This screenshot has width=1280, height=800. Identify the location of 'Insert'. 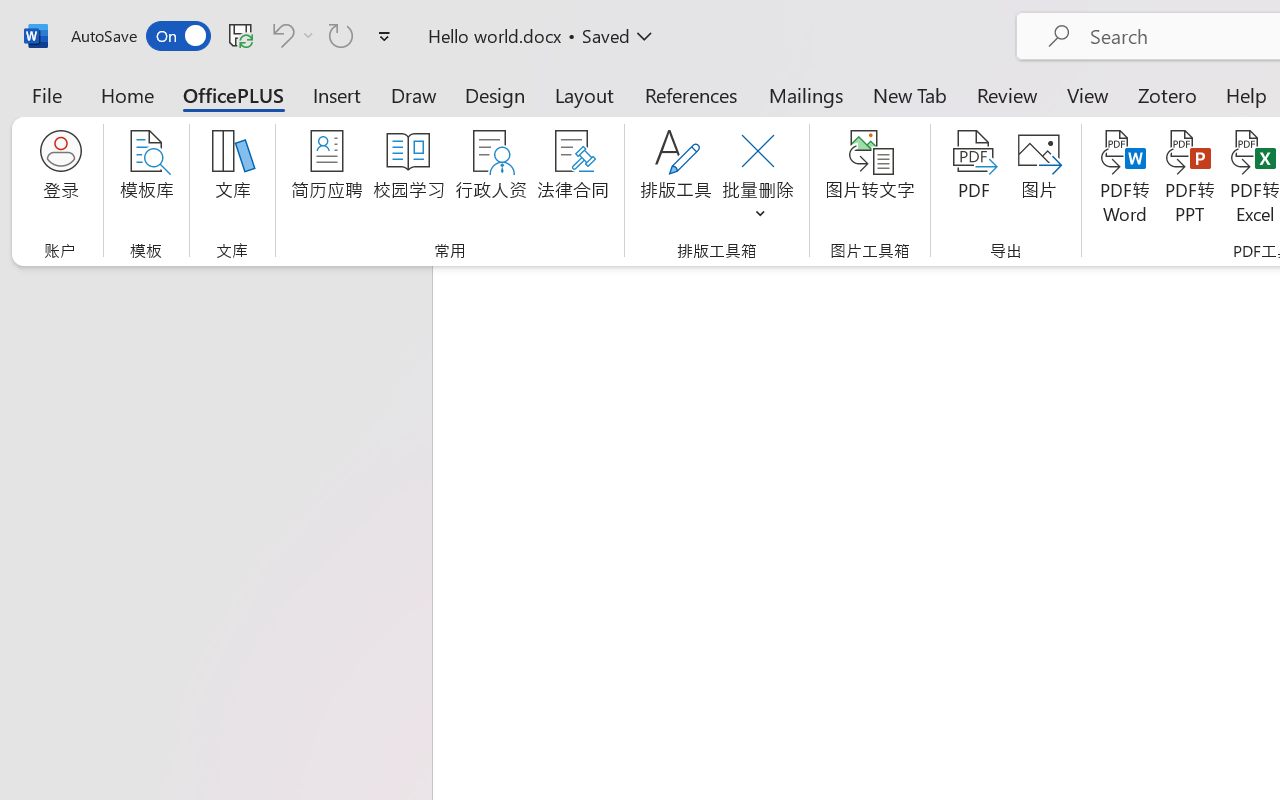
(337, 94).